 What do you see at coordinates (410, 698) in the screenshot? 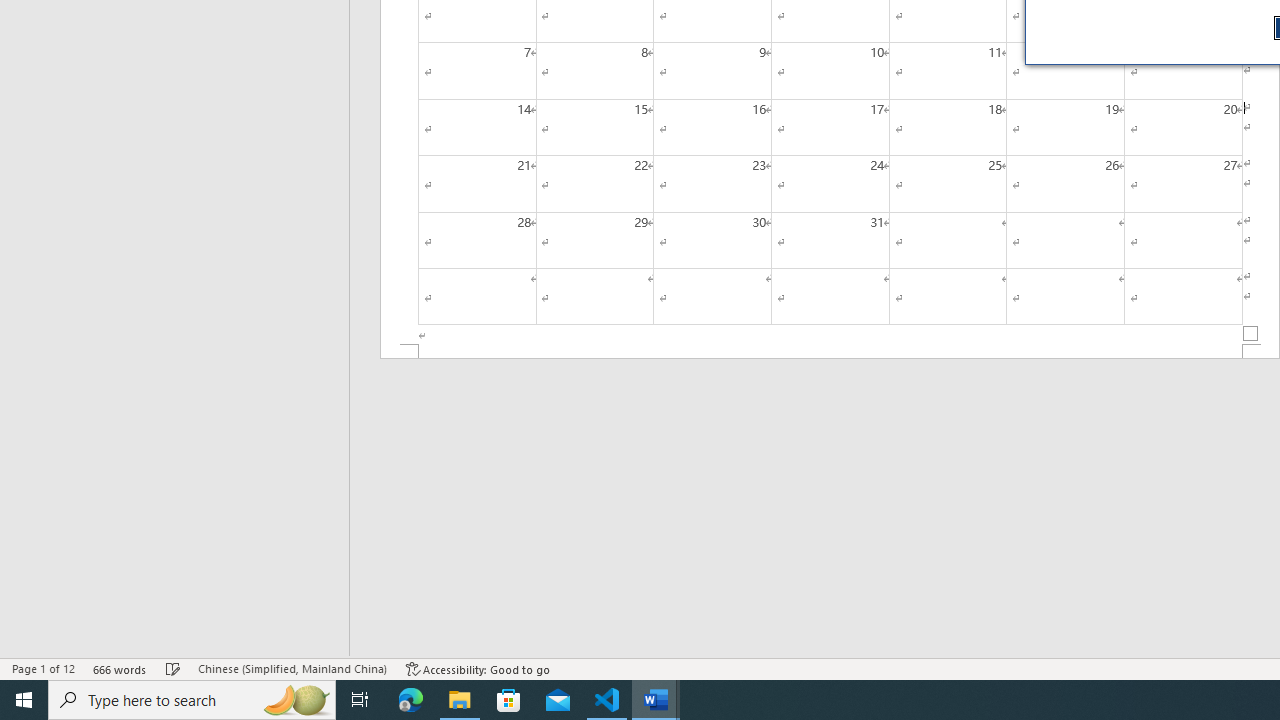
I see `'Microsoft Edge'` at bounding box center [410, 698].